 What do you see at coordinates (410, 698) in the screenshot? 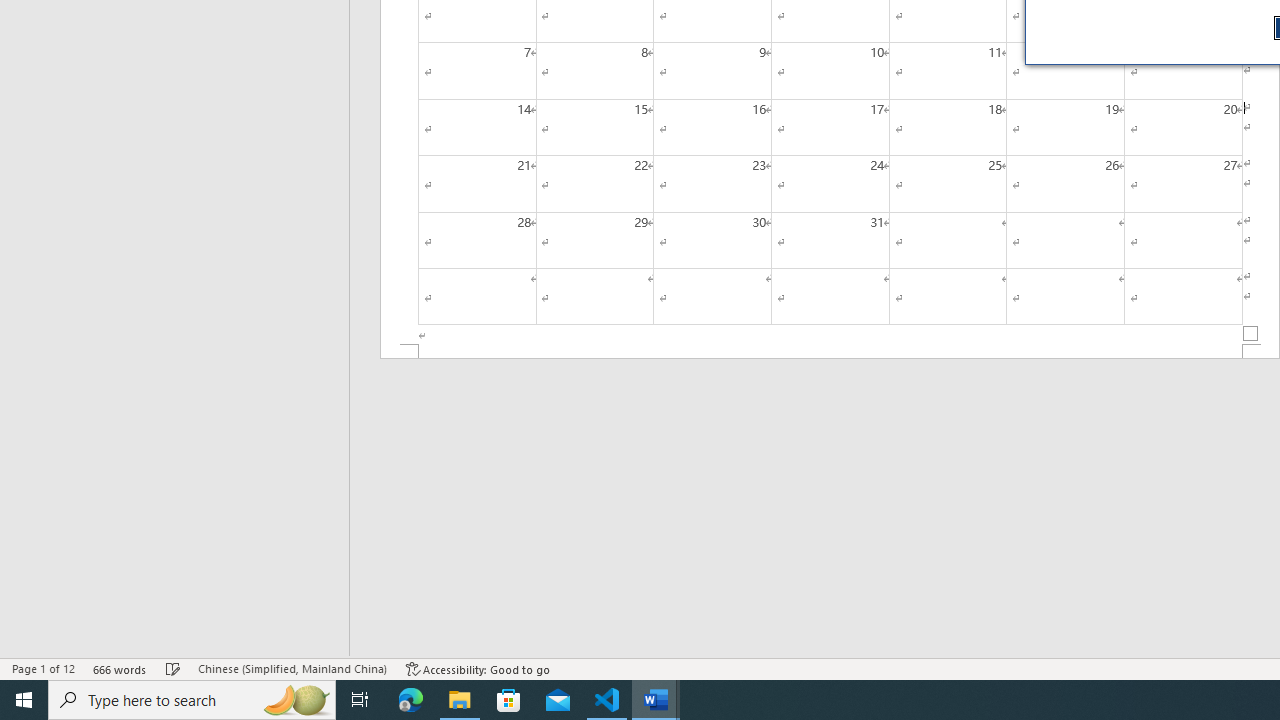
I see `'Microsoft Edge'` at bounding box center [410, 698].